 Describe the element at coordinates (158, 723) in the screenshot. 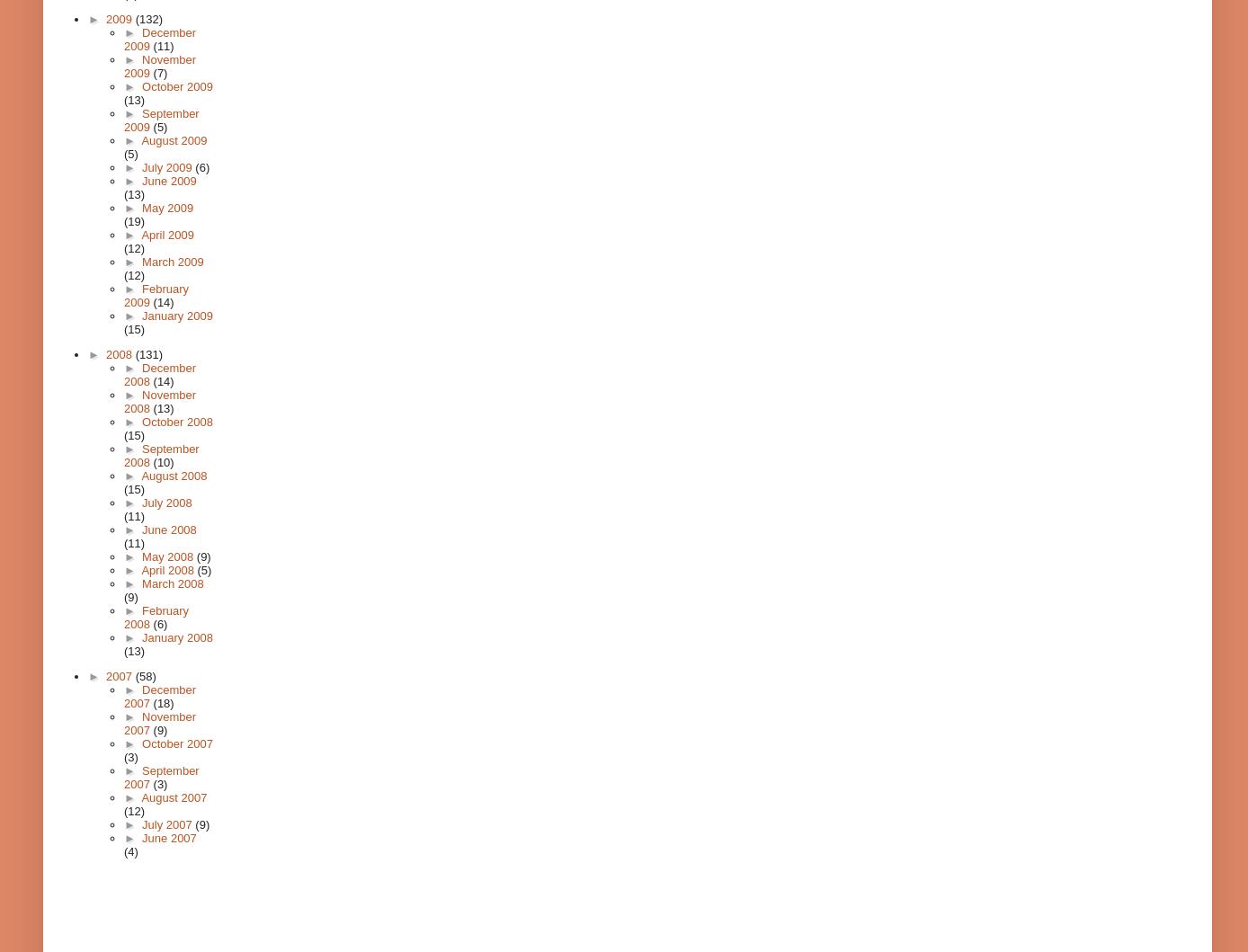

I see `'November 2007'` at that location.